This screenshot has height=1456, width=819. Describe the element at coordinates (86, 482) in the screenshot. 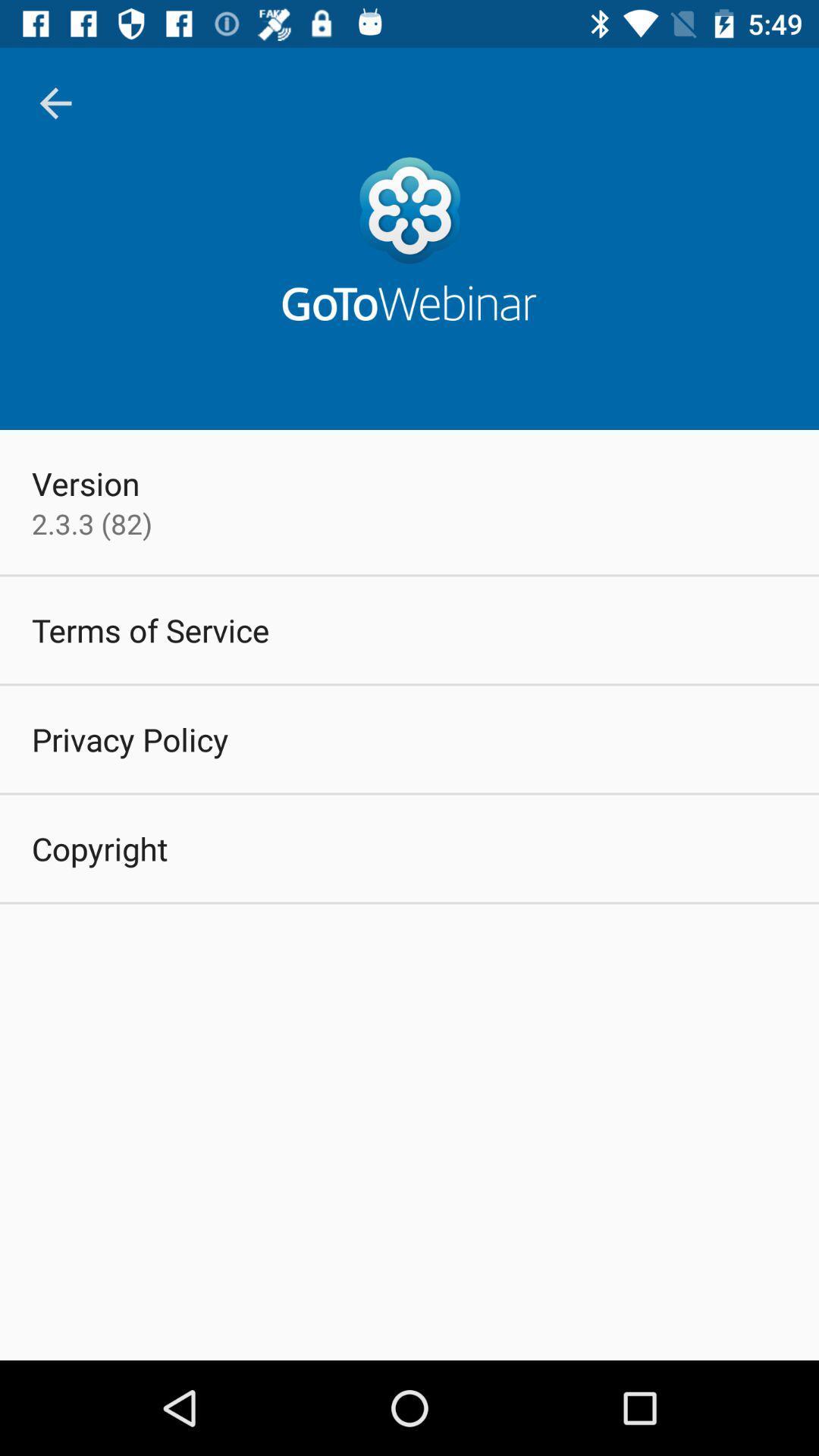

I see `version item` at that location.